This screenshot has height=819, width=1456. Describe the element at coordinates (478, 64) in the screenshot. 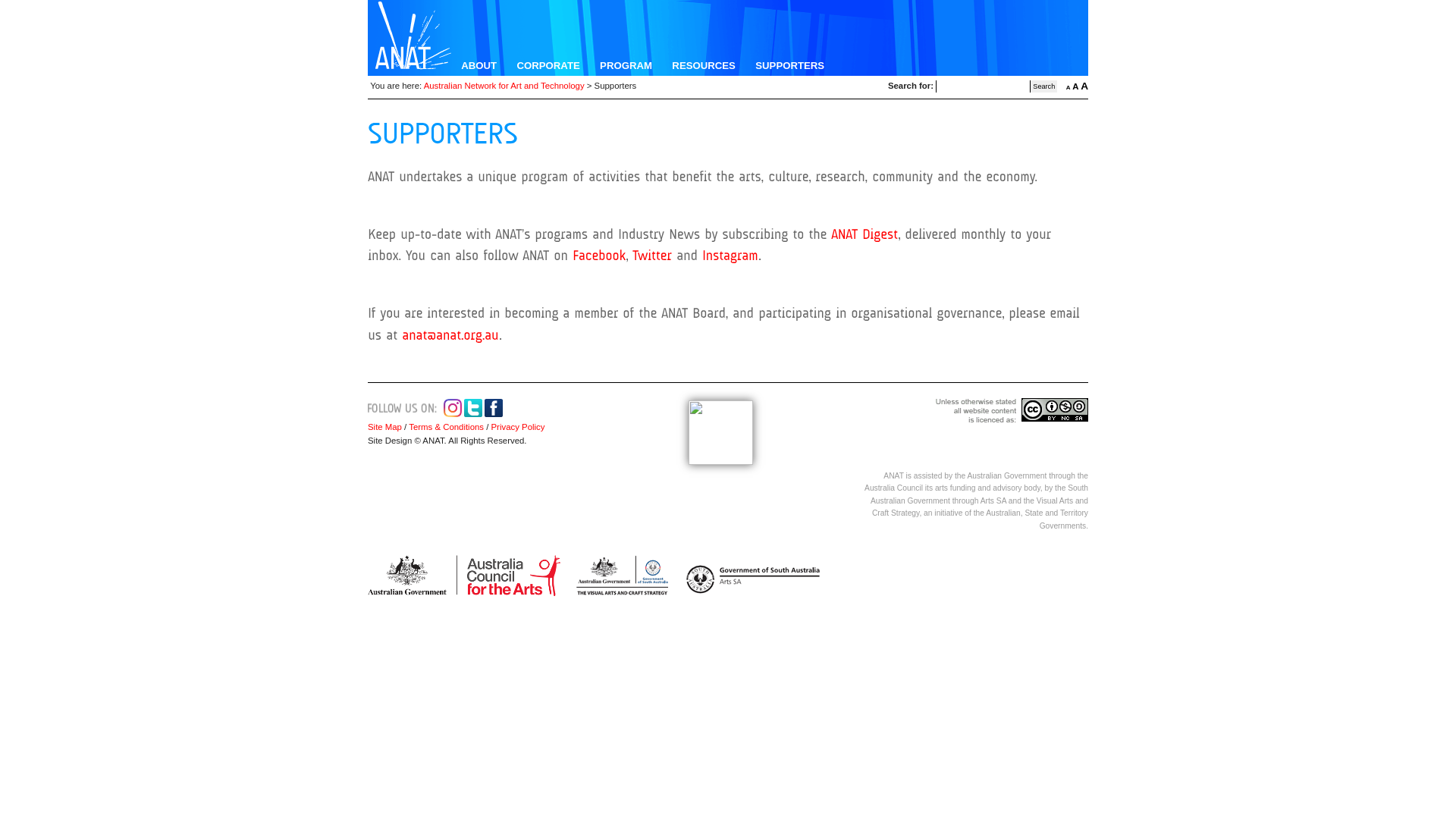

I see `'ABOUT'` at that location.